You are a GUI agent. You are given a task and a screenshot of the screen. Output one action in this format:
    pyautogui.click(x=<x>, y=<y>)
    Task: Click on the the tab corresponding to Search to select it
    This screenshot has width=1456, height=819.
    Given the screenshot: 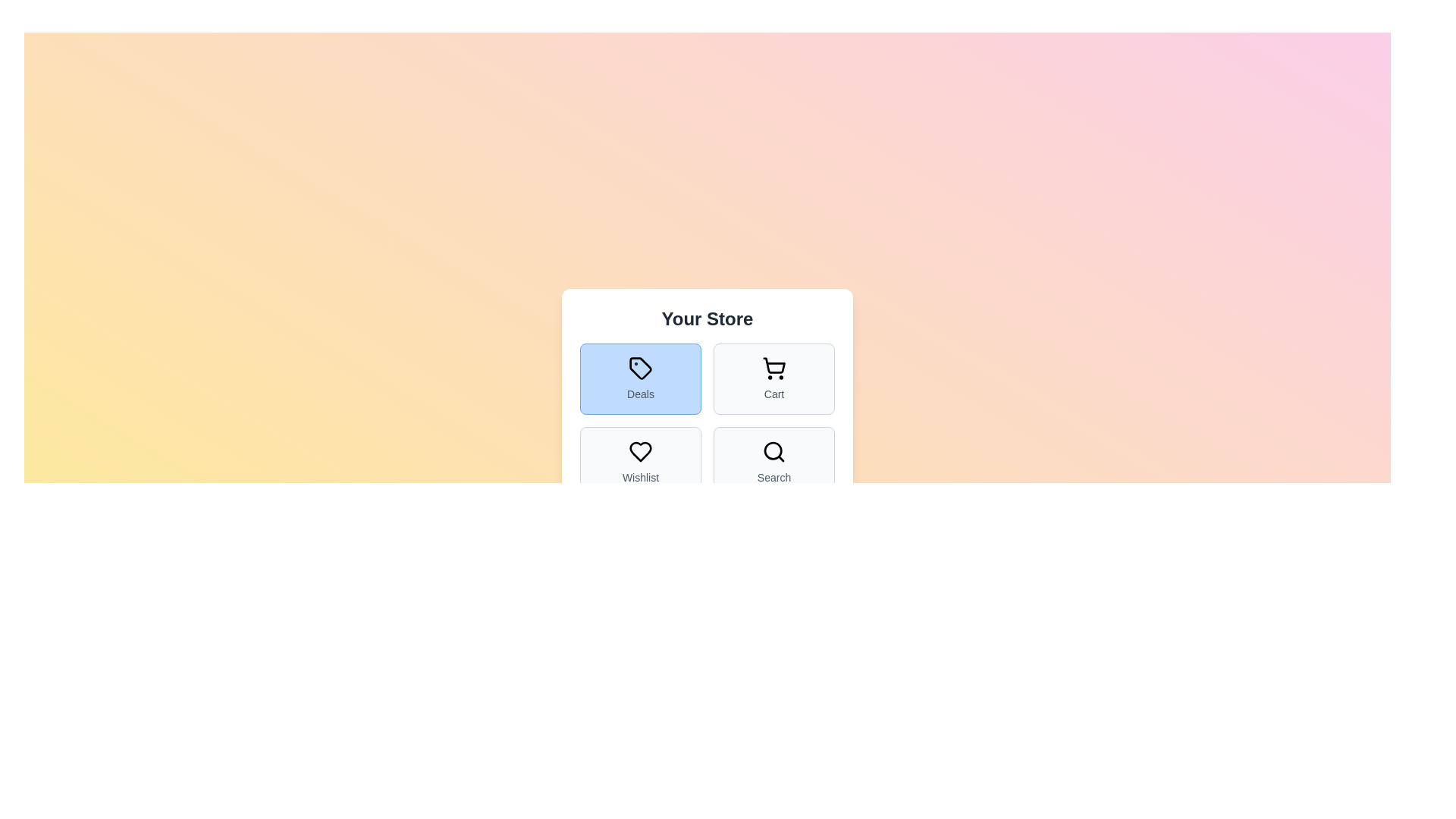 What is the action you would take?
    pyautogui.click(x=774, y=461)
    